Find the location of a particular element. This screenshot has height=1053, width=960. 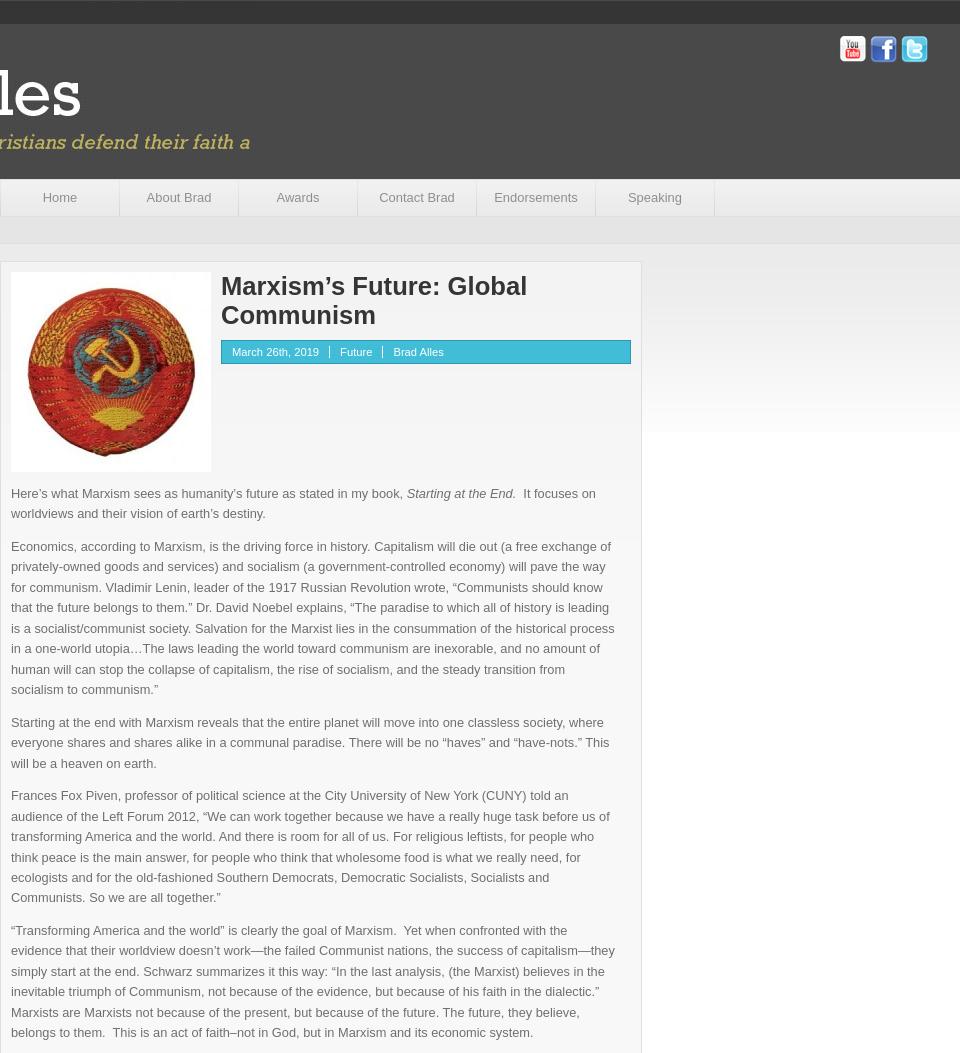

'Home' is located at coordinates (58, 197).